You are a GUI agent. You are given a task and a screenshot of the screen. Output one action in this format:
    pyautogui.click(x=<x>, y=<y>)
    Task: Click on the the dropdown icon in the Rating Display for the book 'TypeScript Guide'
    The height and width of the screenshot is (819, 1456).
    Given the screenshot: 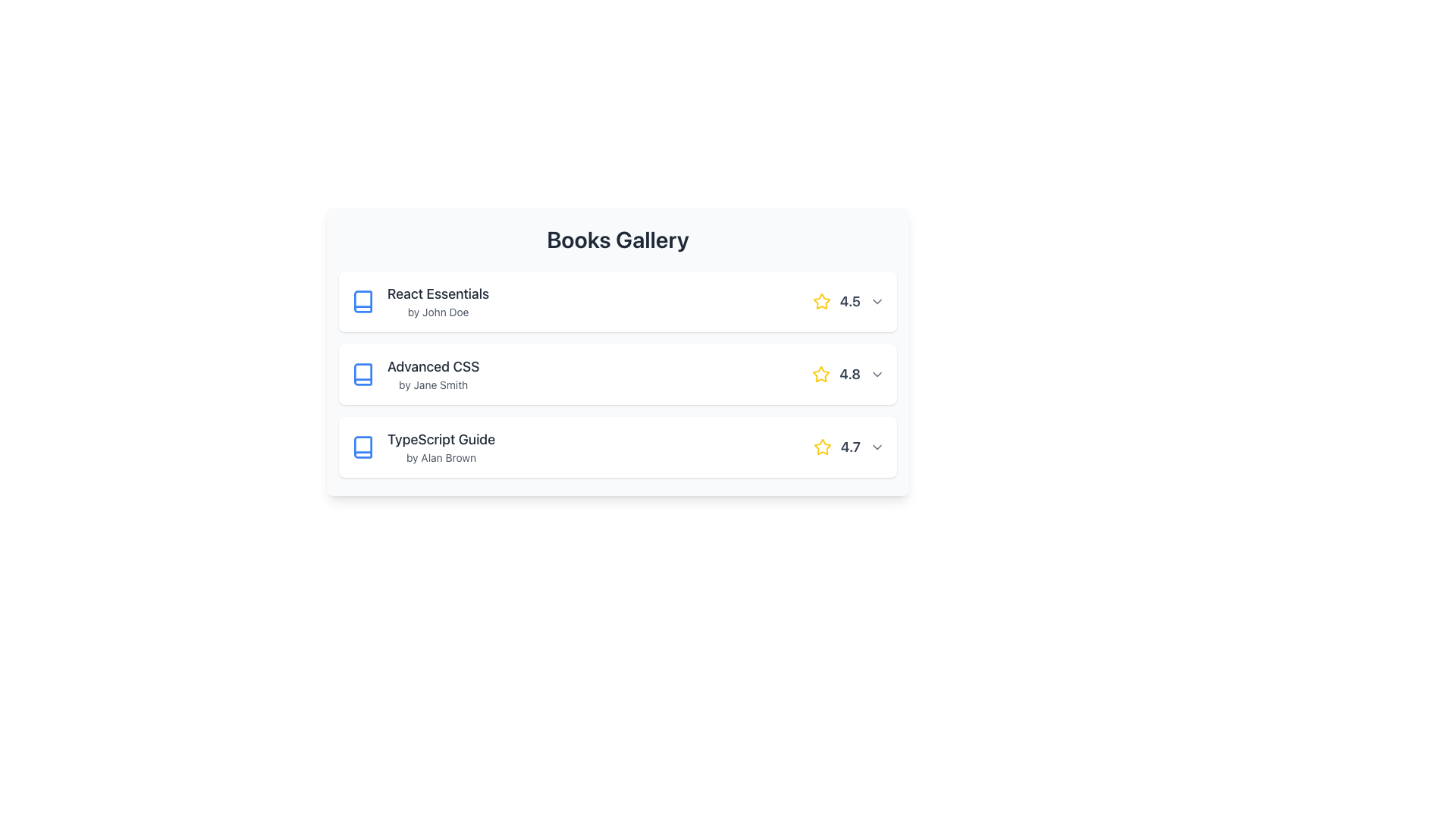 What is the action you would take?
    pyautogui.click(x=848, y=447)
    